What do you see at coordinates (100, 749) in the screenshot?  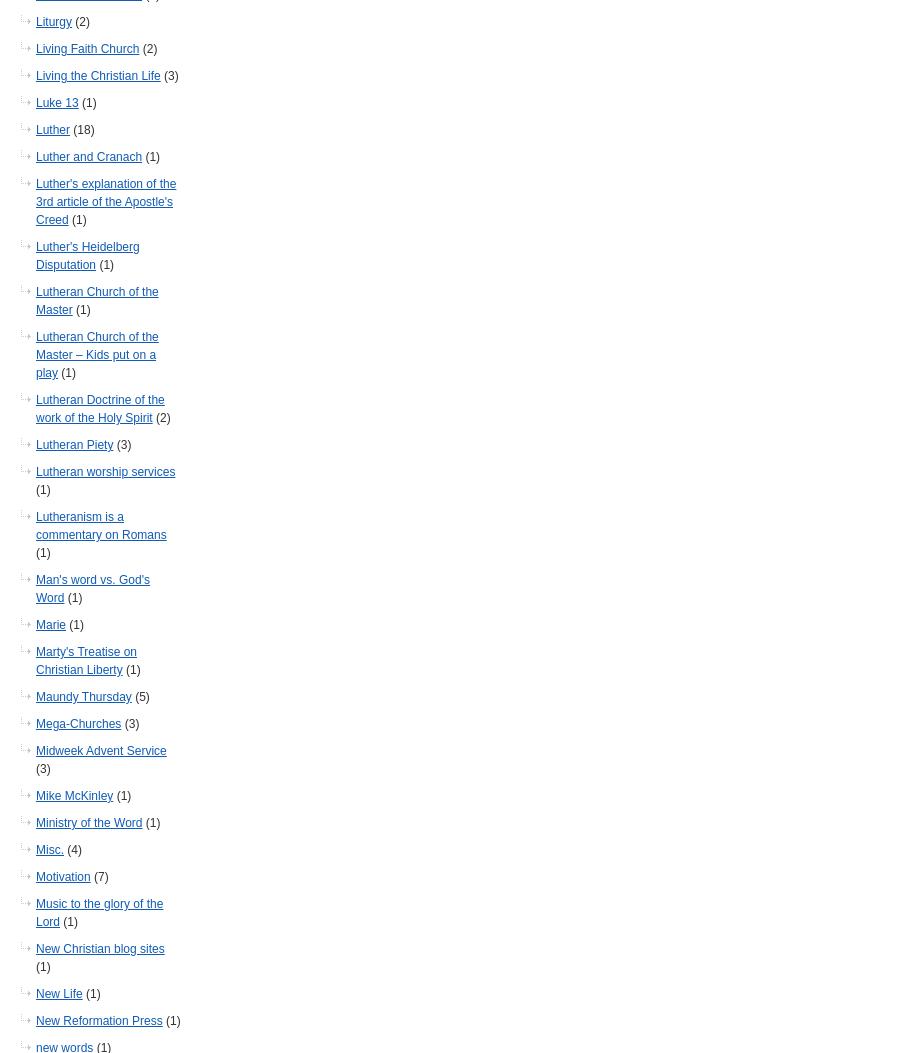 I see `'Midweek Advent Service'` at bounding box center [100, 749].